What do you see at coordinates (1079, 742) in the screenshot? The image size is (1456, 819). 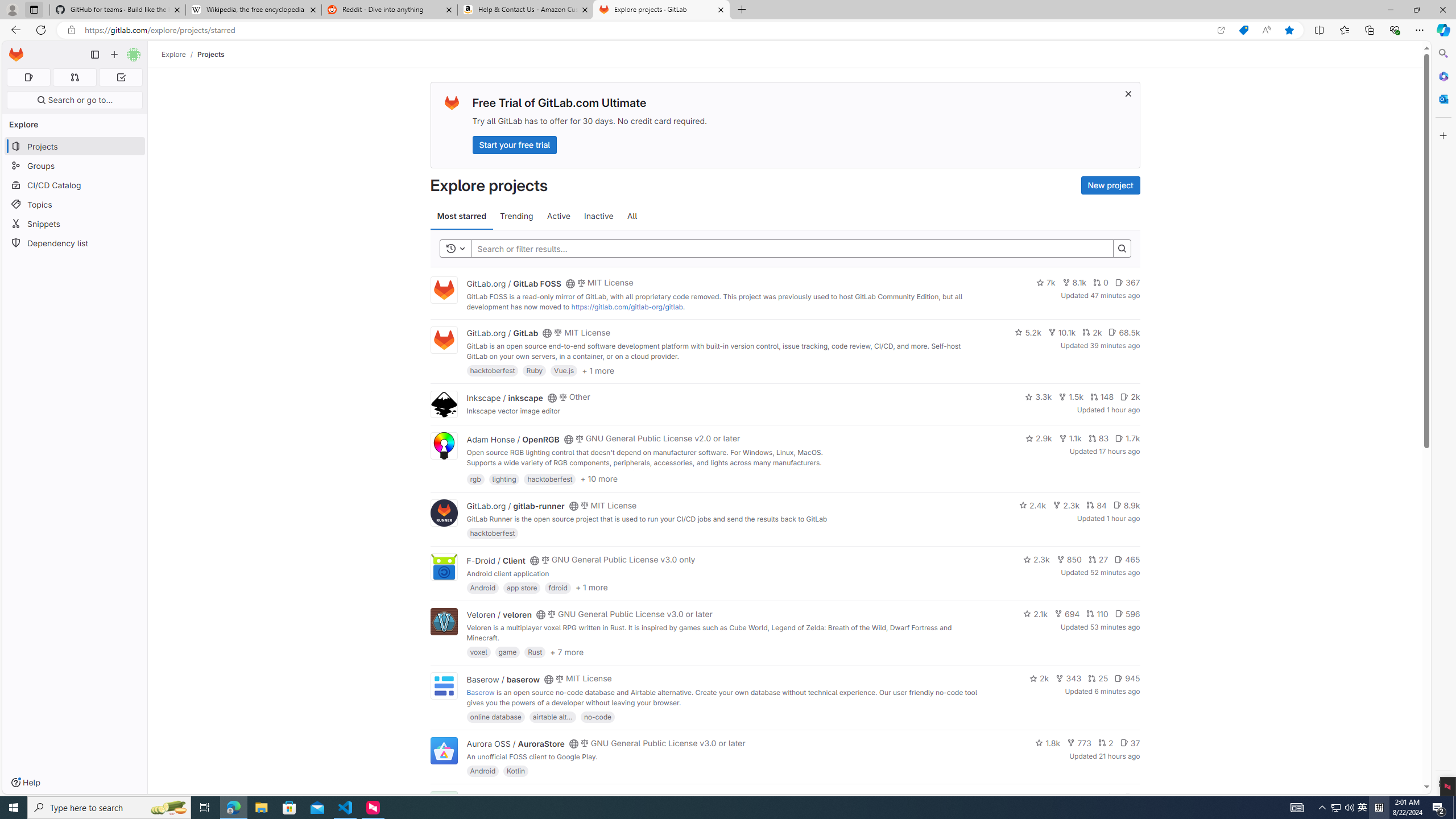 I see `'773'` at bounding box center [1079, 742].